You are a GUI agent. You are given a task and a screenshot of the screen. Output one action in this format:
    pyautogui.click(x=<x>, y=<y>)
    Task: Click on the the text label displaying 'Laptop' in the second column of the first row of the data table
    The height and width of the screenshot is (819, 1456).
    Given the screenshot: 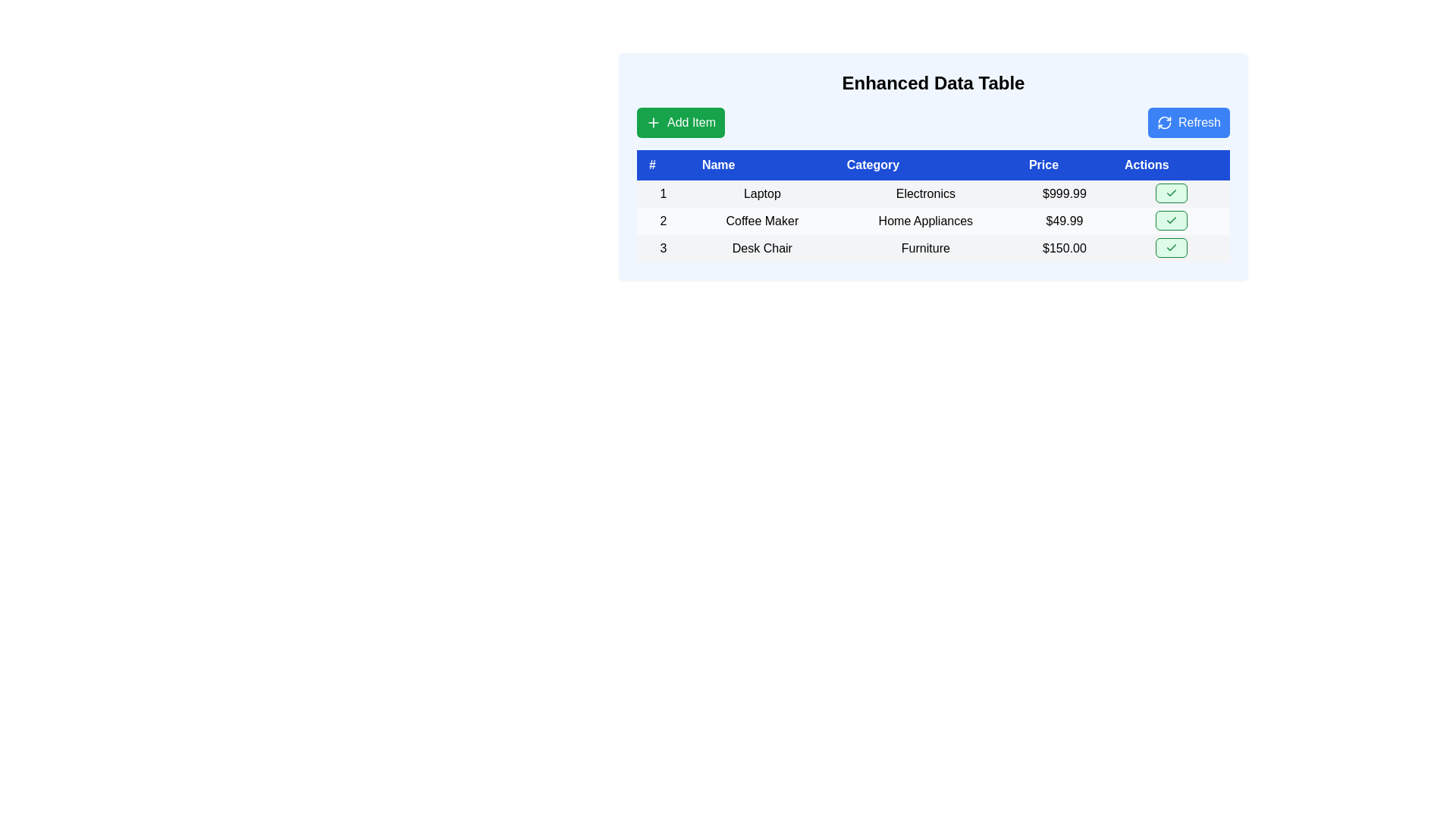 What is the action you would take?
    pyautogui.click(x=762, y=193)
    